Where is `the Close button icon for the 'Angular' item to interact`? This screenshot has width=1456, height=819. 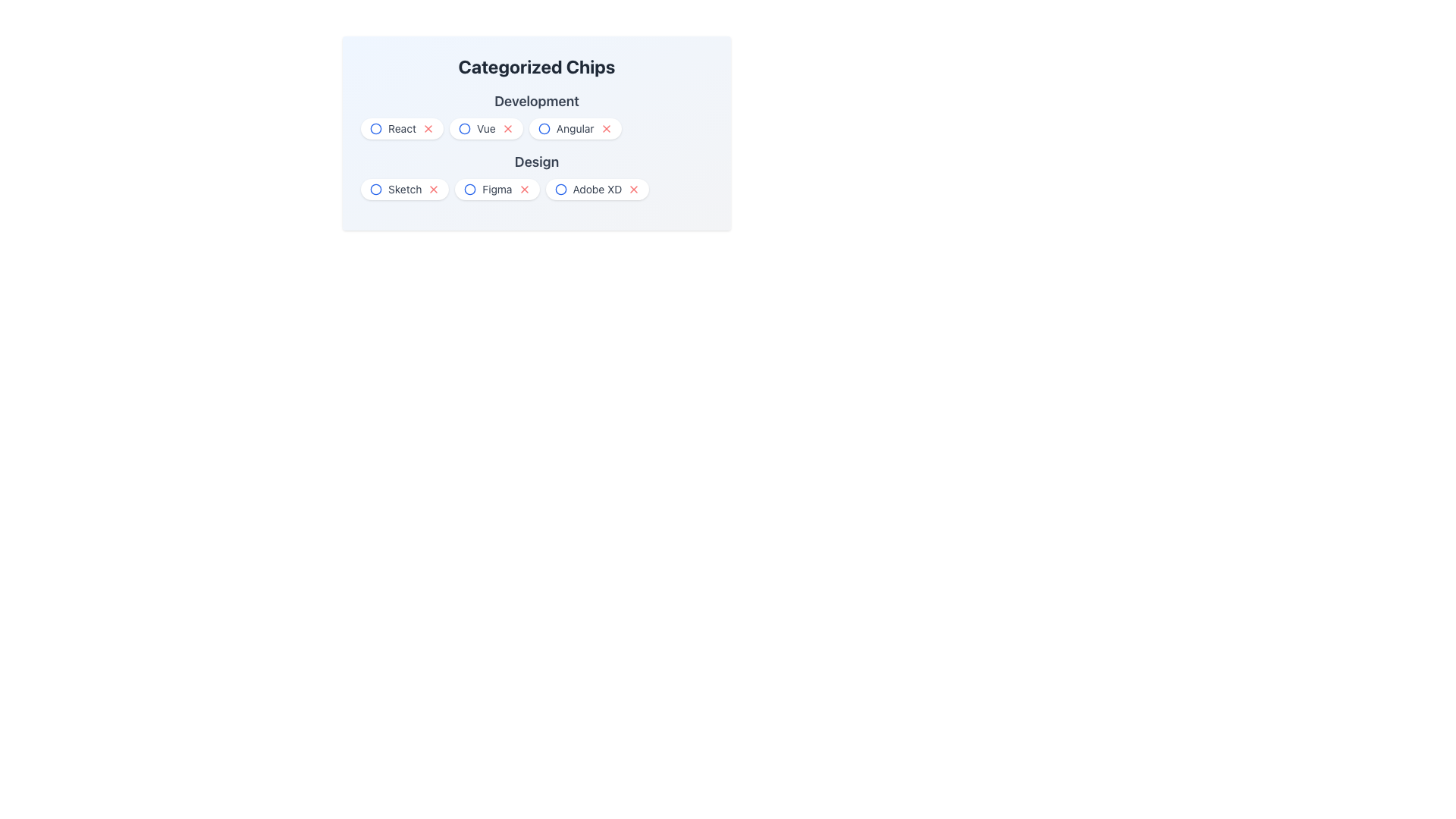
the Close button icon for the 'Angular' item to interact is located at coordinates (605, 127).